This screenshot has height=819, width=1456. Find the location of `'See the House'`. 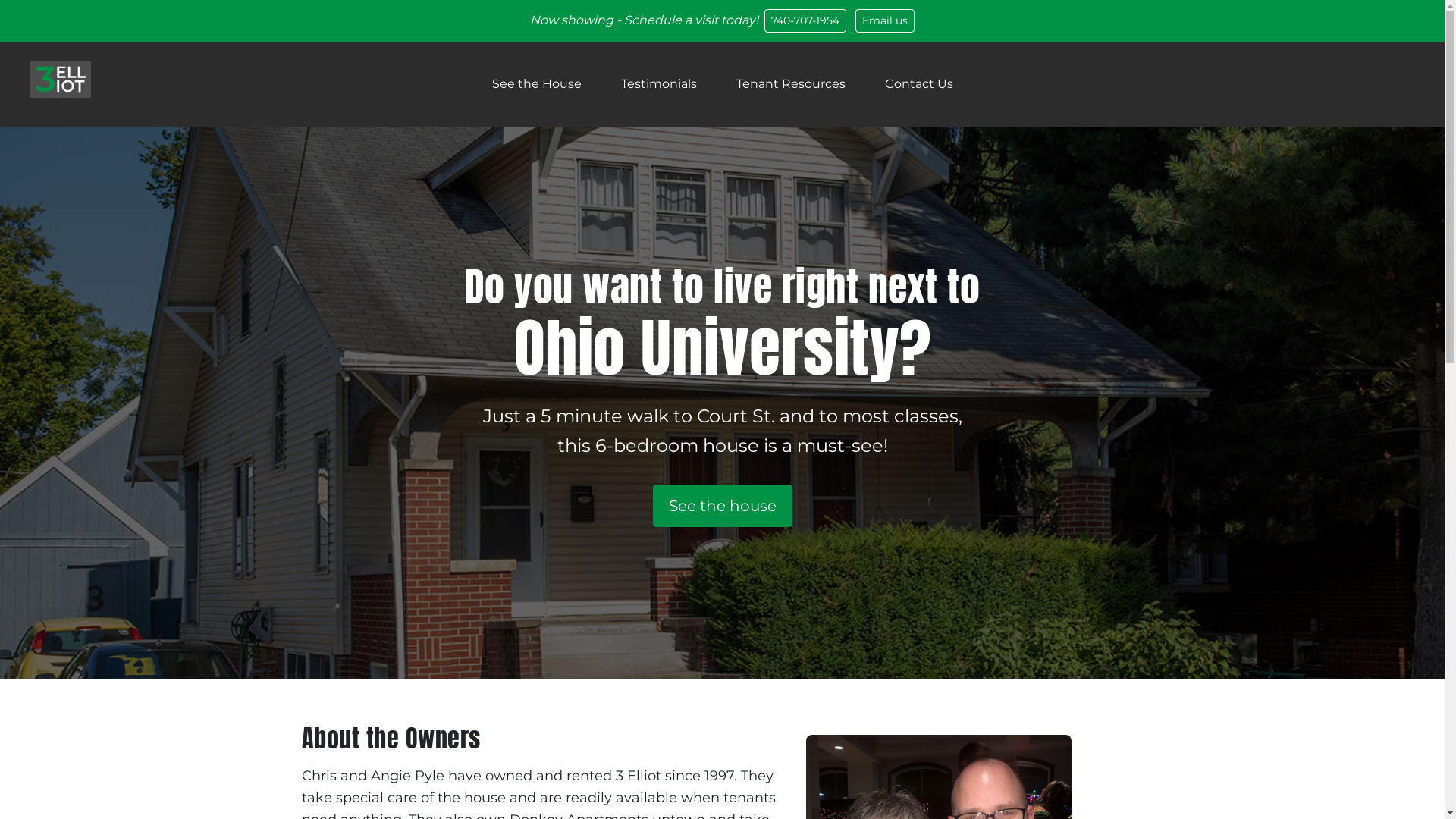

'See the House' is located at coordinates (535, 84).